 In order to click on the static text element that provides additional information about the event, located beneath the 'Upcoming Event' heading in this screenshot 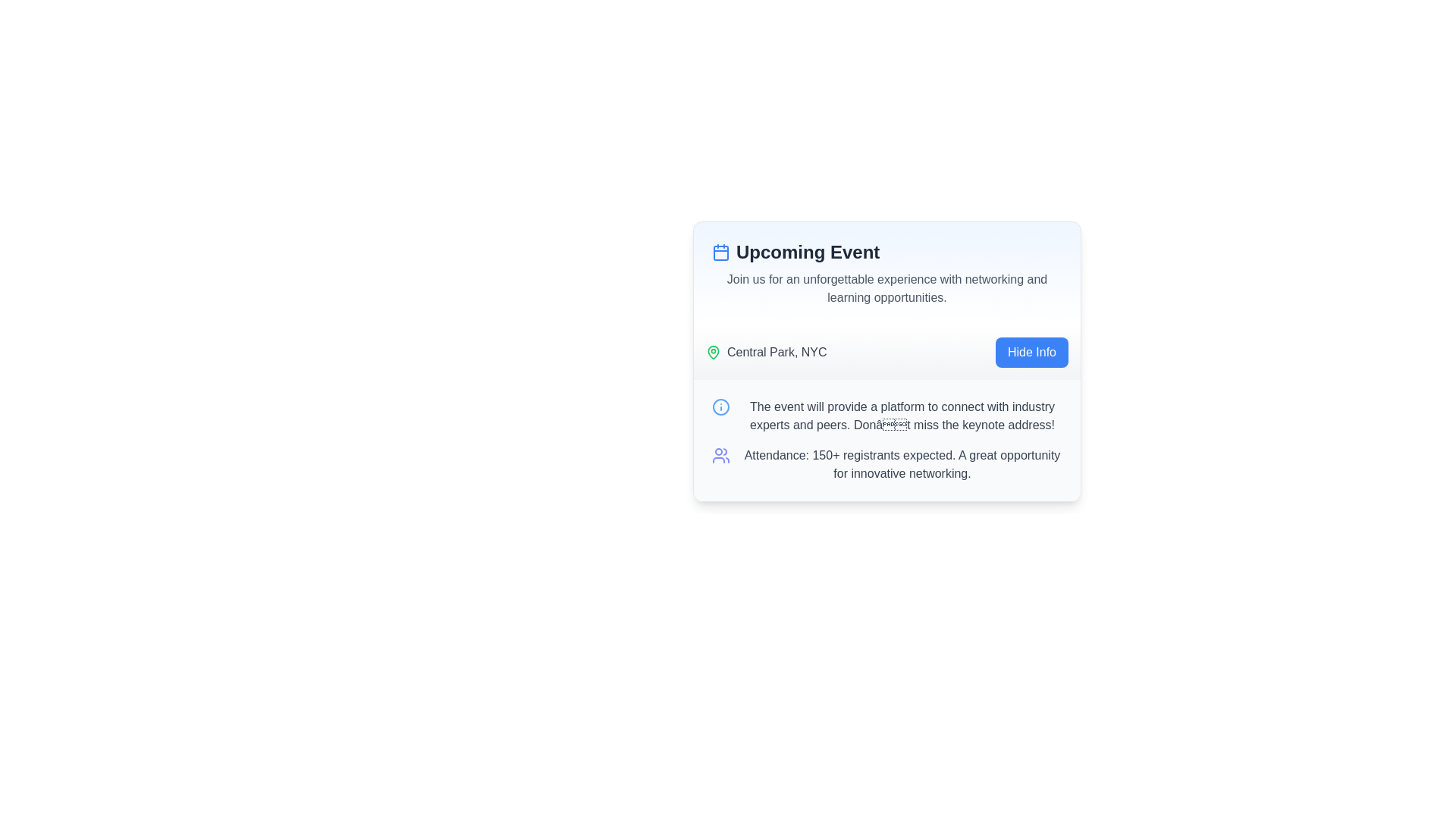, I will do `click(887, 289)`.